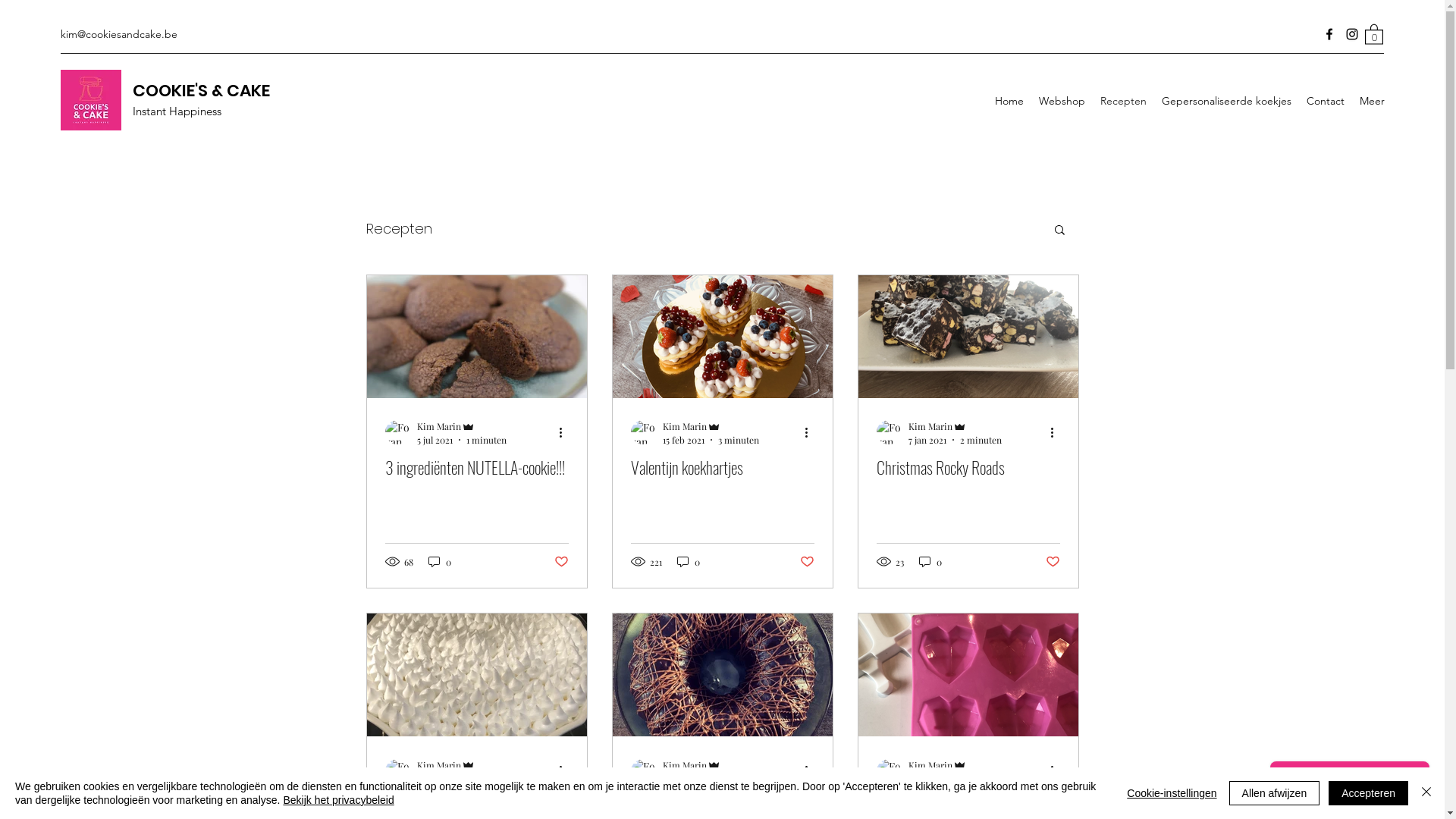 The image size is (1456, 819). What do you see at coordinates (1153, 100) in the screenshot?
I see `'Gepersonaliseerde koekjes'` at bounding box center [1153, 100].